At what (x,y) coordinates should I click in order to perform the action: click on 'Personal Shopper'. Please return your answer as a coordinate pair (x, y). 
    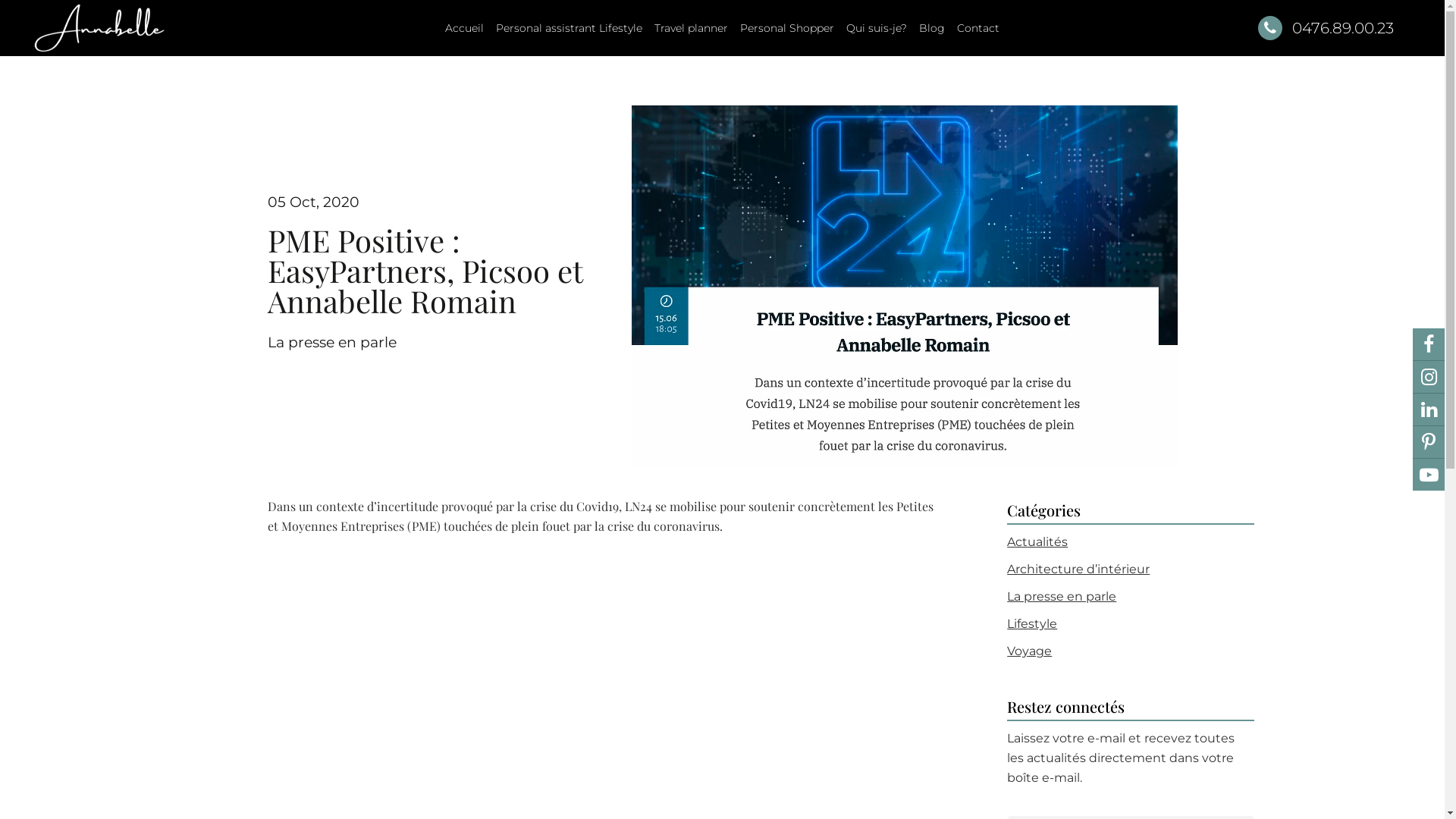
    Looking at the image, I should click on (786, 28).